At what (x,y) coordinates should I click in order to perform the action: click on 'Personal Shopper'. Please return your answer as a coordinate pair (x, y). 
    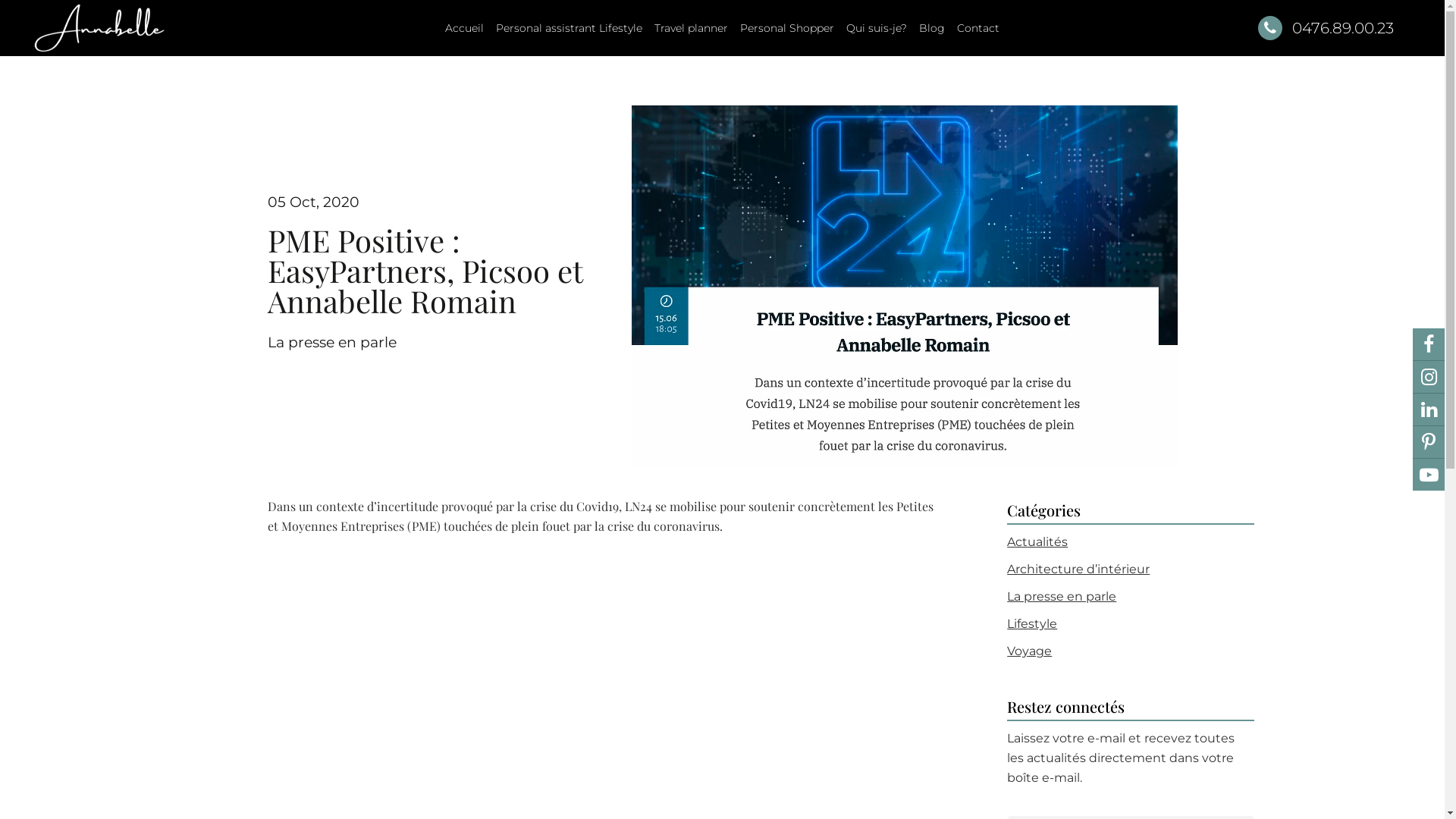
    Looking at the image, I should click on (786, 28).